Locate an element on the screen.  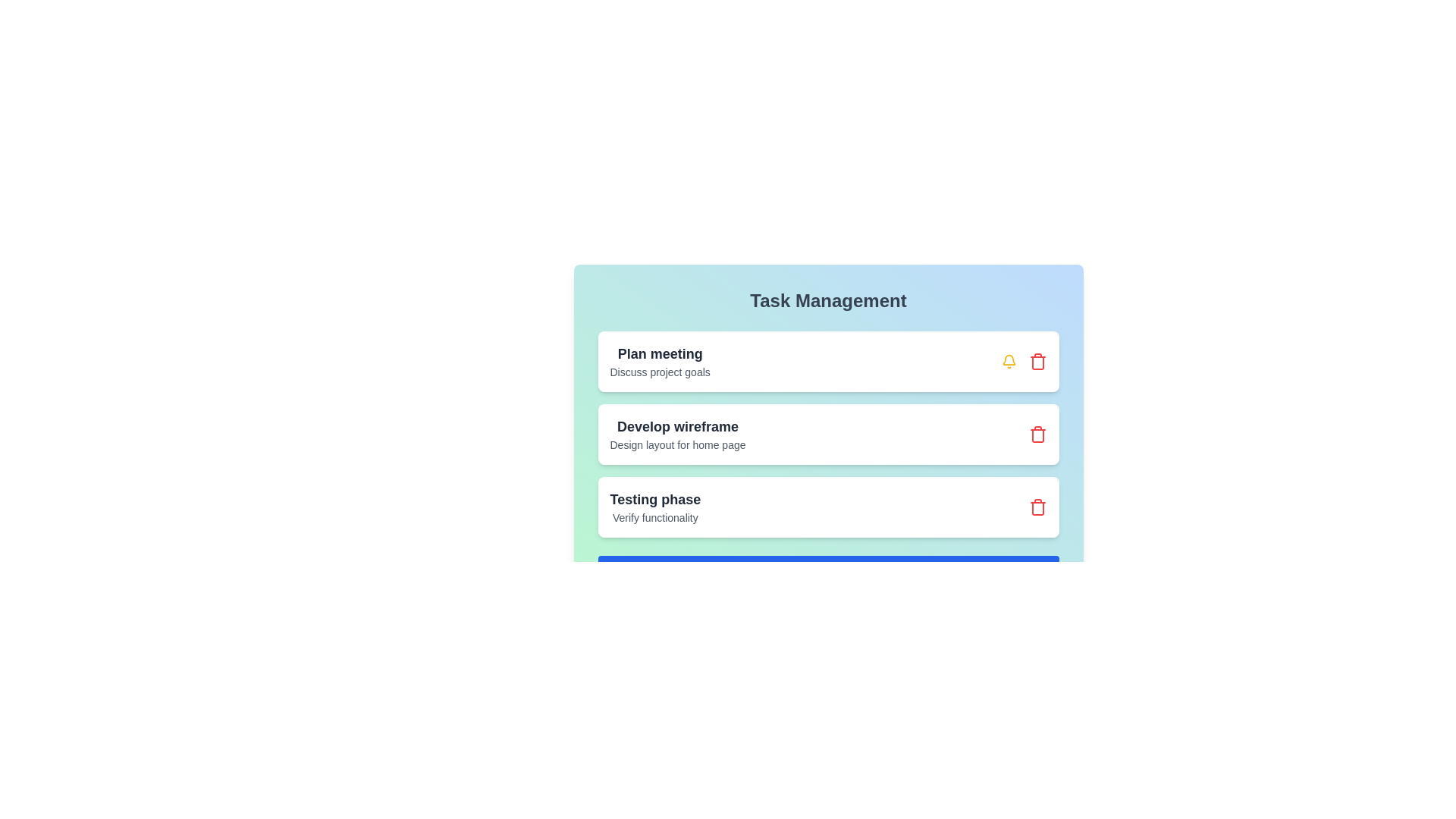
the trash icon next to the task titled 'Develop wireframe' to remove it is located at coordinates (1037, 435).